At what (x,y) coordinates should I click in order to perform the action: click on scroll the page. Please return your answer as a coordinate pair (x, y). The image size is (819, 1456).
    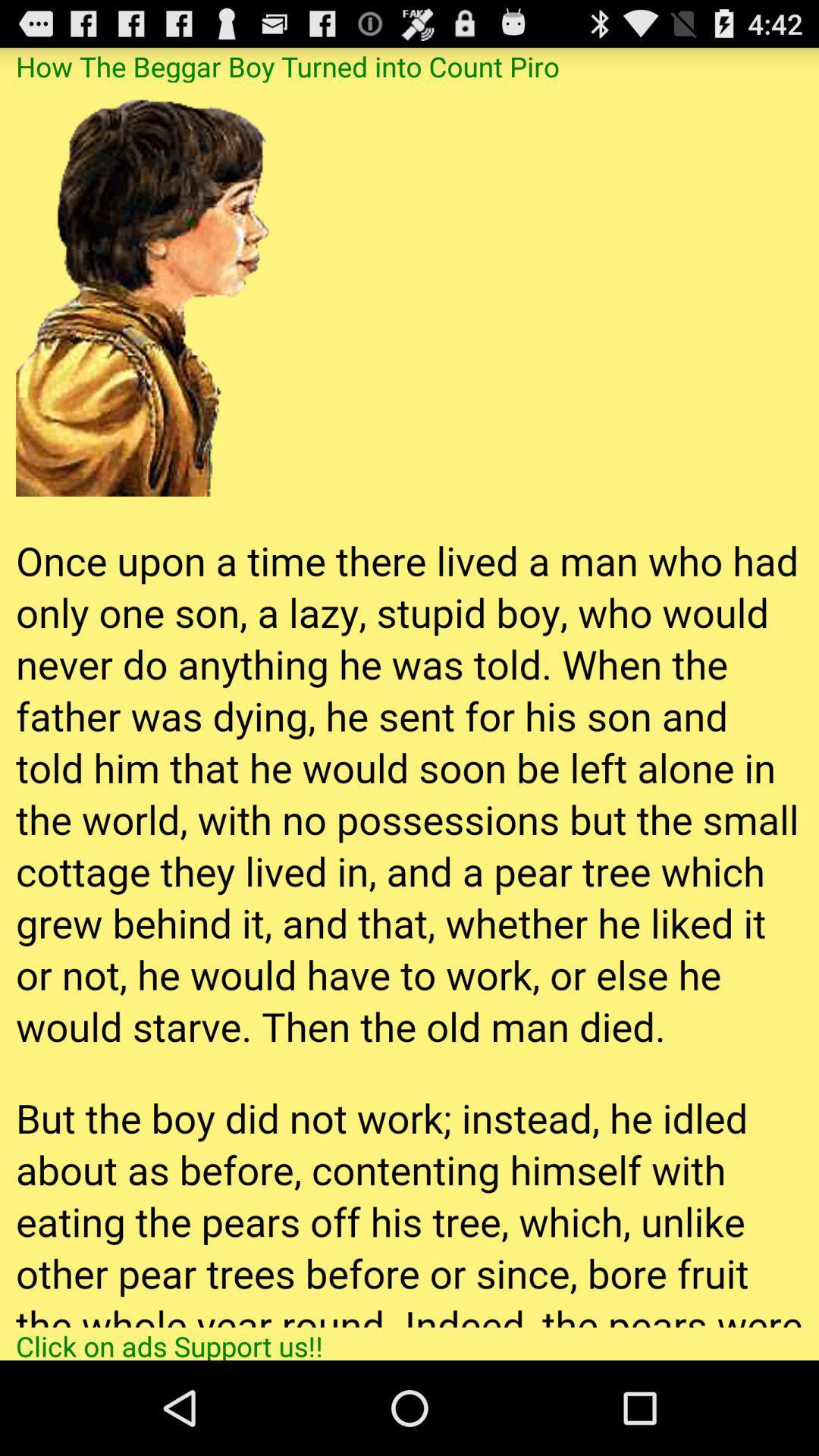
    Looking at the image, I should click on (409, 704).